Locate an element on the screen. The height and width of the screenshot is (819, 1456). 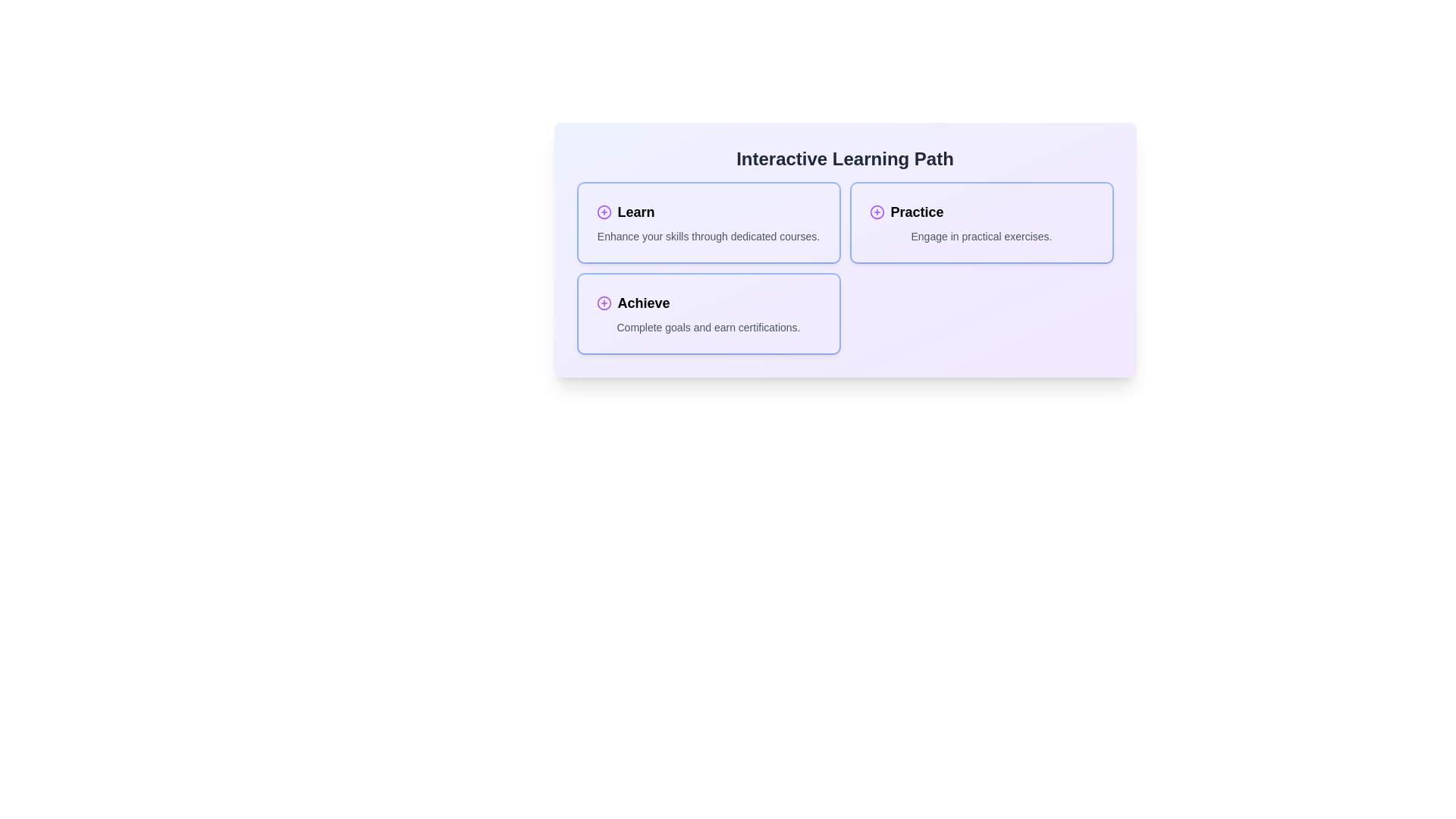
the circular portion of the '+' symbol icon within the 'Practice' section card, located in the upper right quadrant of the user interface module is located at coordinates (877, 212).